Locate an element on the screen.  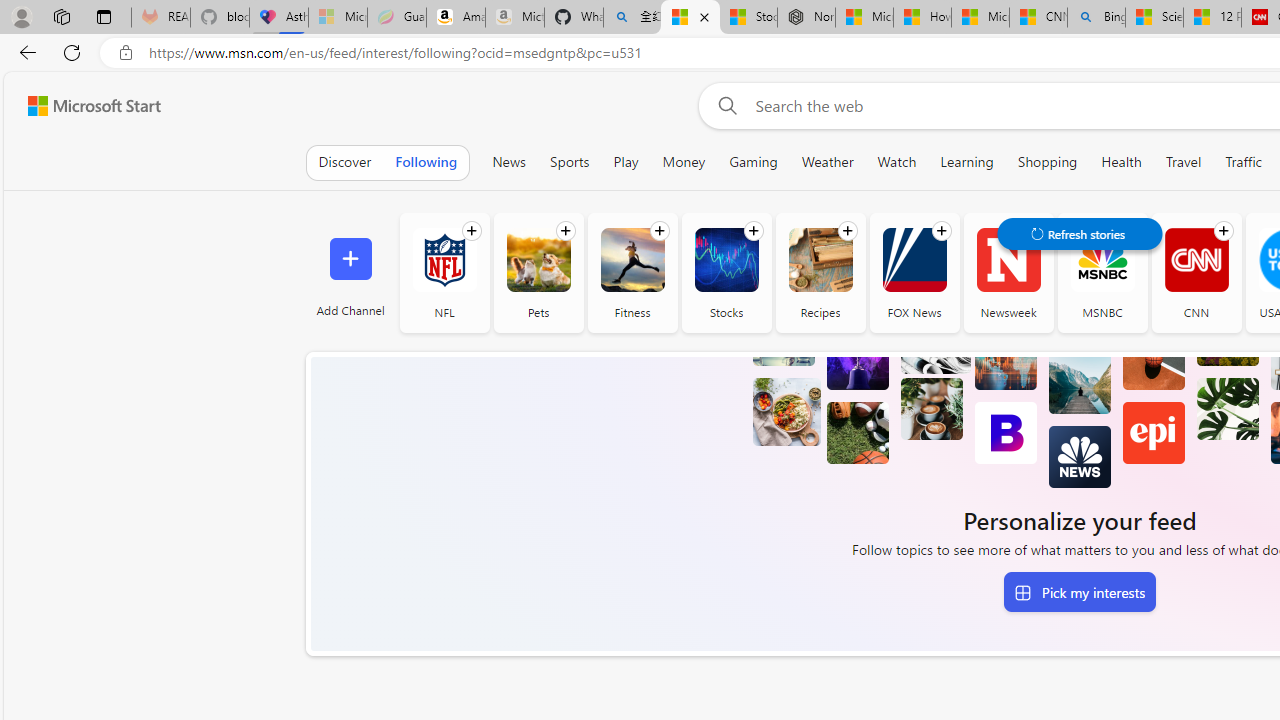
'FOX News' is located at coordinates (913, 259).